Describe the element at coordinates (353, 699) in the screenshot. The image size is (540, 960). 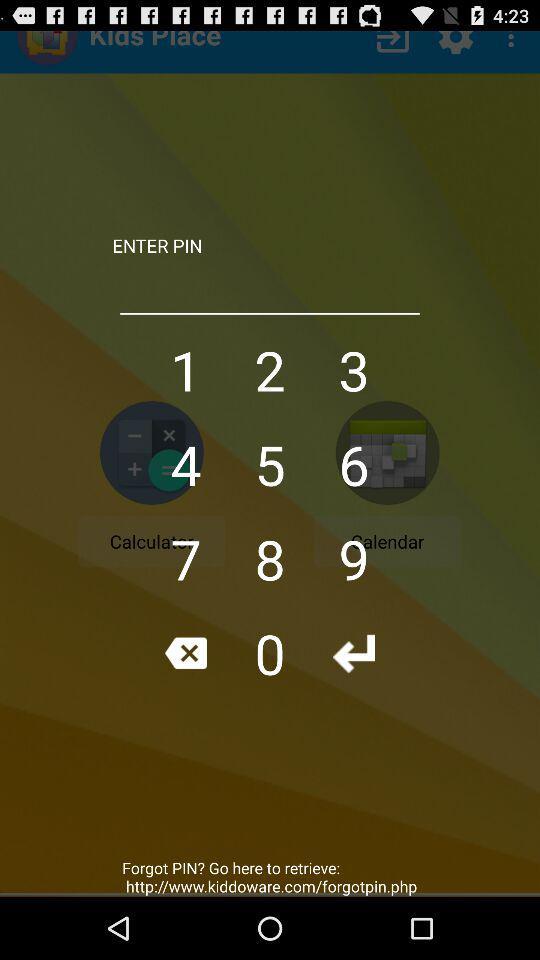
I see `the arrow_backward icon` at that location.